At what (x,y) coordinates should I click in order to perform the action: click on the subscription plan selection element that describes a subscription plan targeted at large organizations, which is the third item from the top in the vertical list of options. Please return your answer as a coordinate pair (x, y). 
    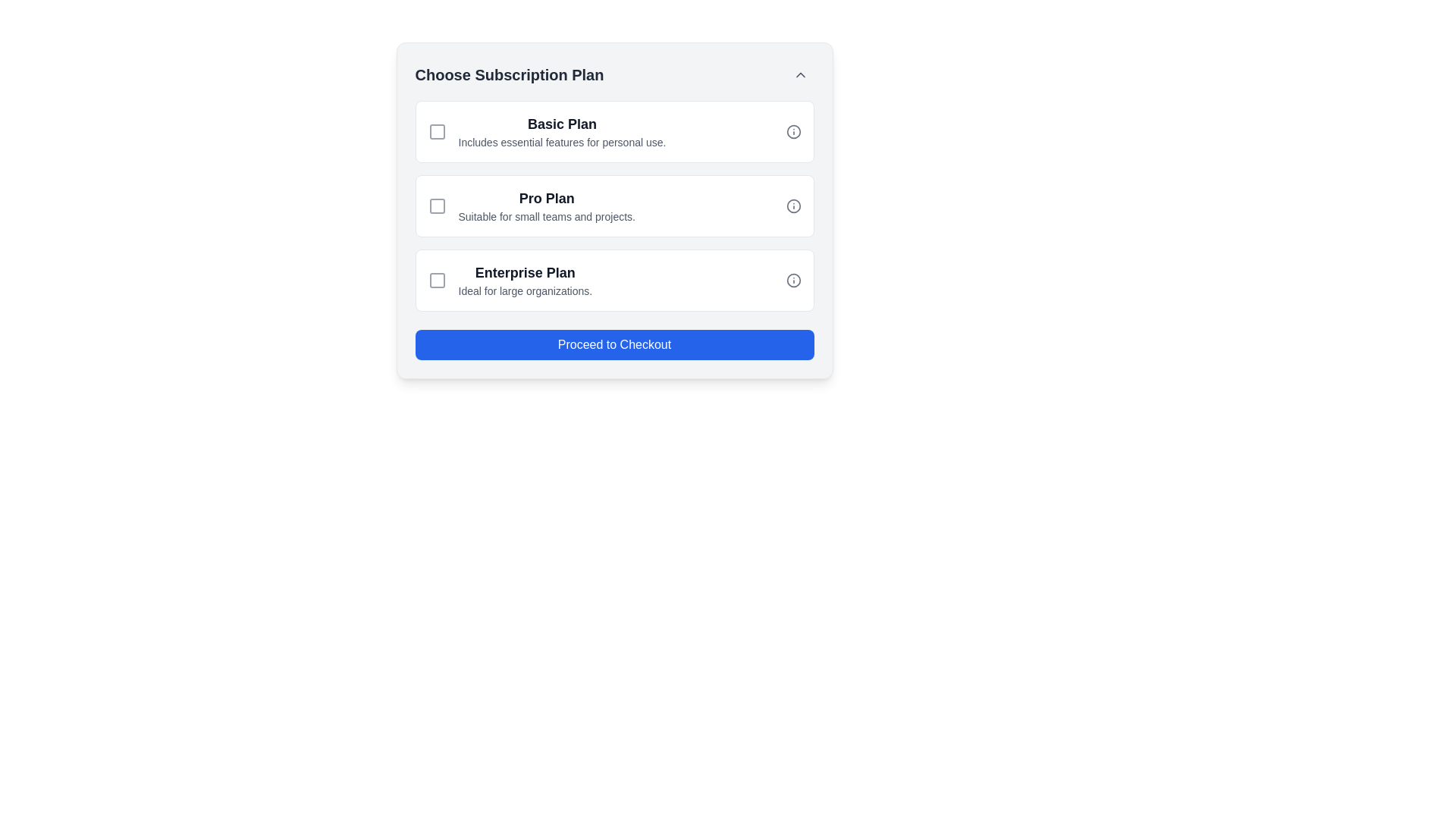
    Looking at the image, I should click on (525, 281).